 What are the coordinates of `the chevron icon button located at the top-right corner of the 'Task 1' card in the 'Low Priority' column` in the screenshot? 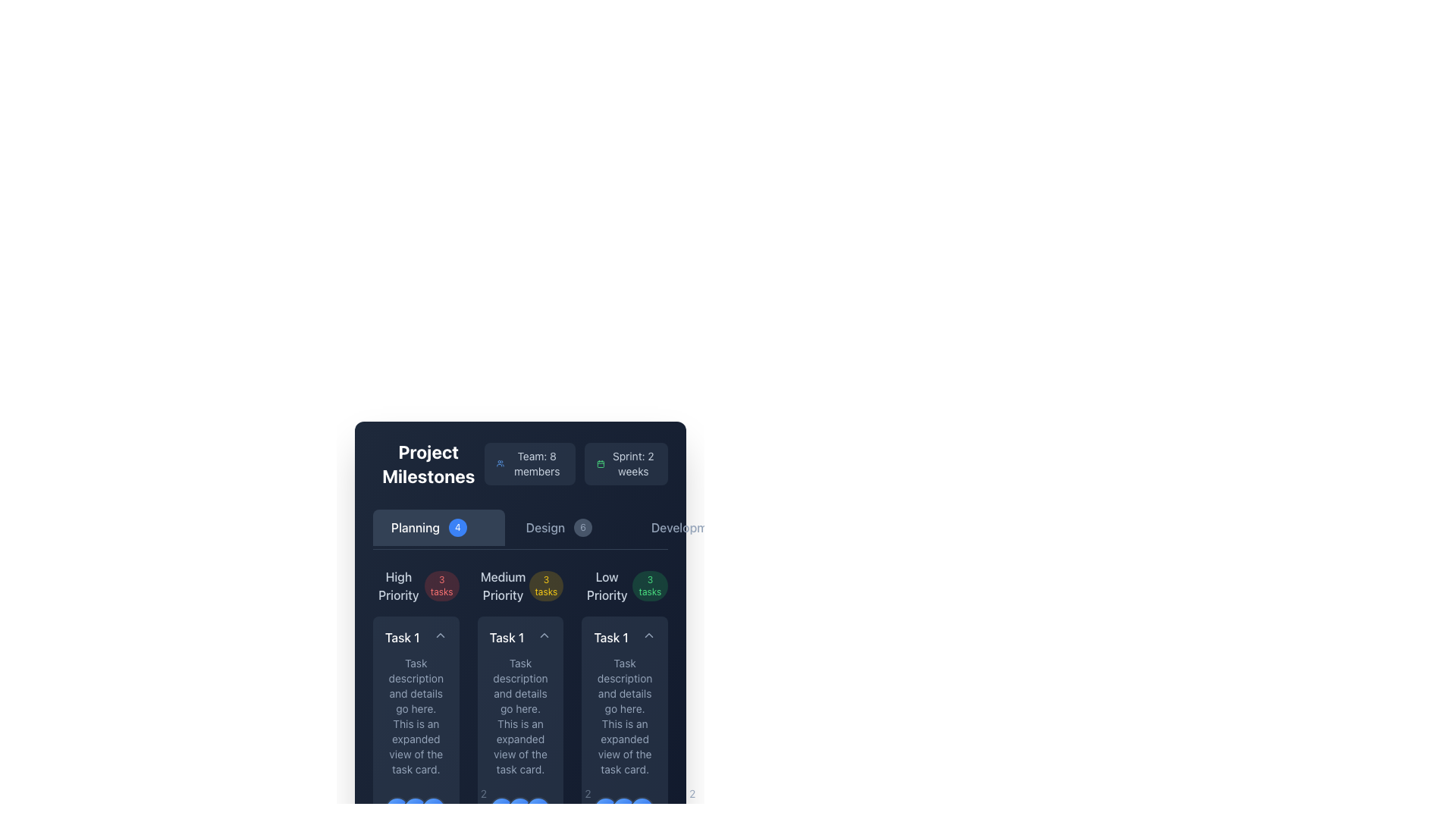 It's located at (648, 635).